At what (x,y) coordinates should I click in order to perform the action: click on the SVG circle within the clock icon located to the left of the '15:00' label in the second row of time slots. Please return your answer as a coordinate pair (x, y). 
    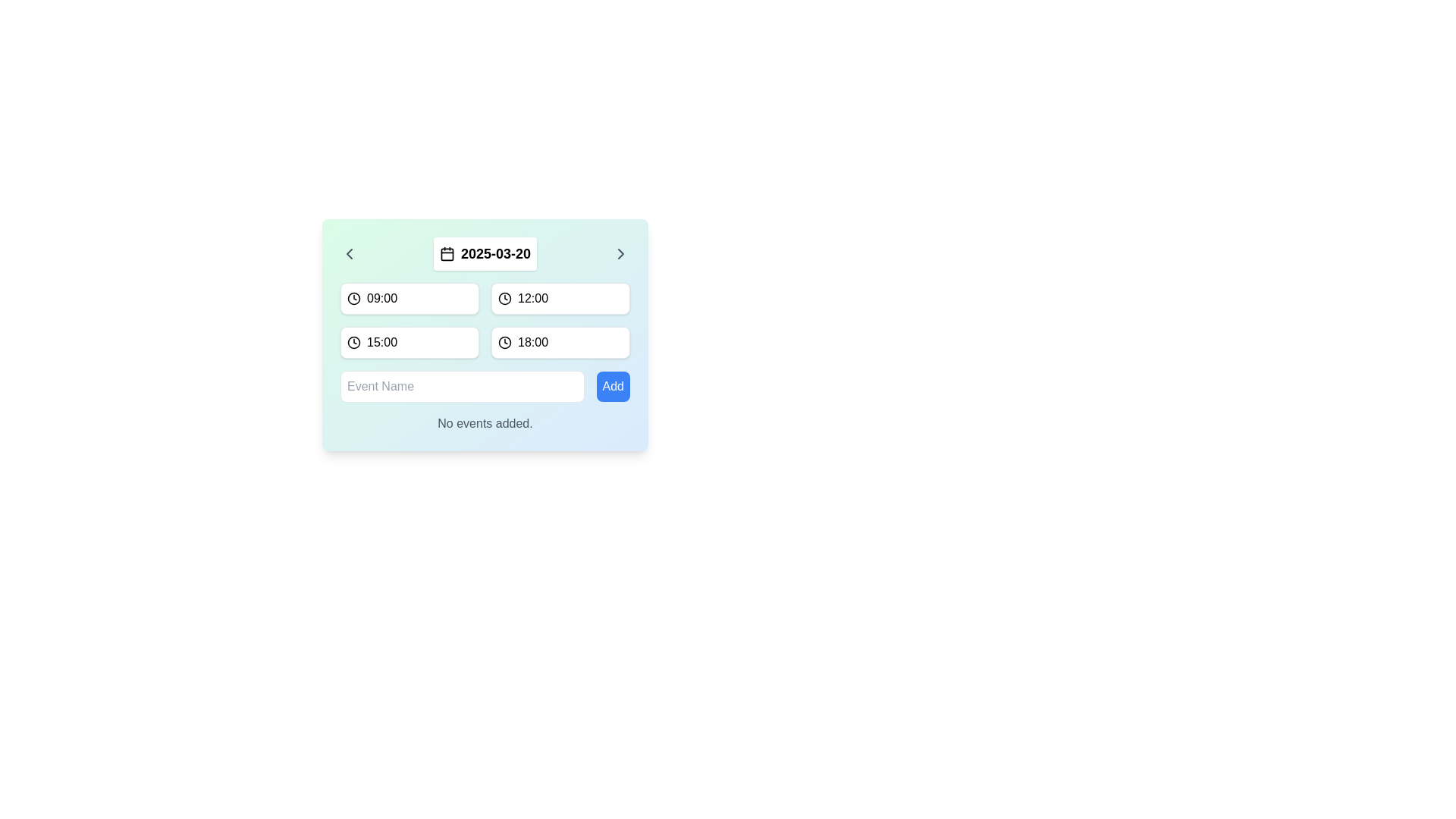
    Looking at the image, I should click on (353, 342).